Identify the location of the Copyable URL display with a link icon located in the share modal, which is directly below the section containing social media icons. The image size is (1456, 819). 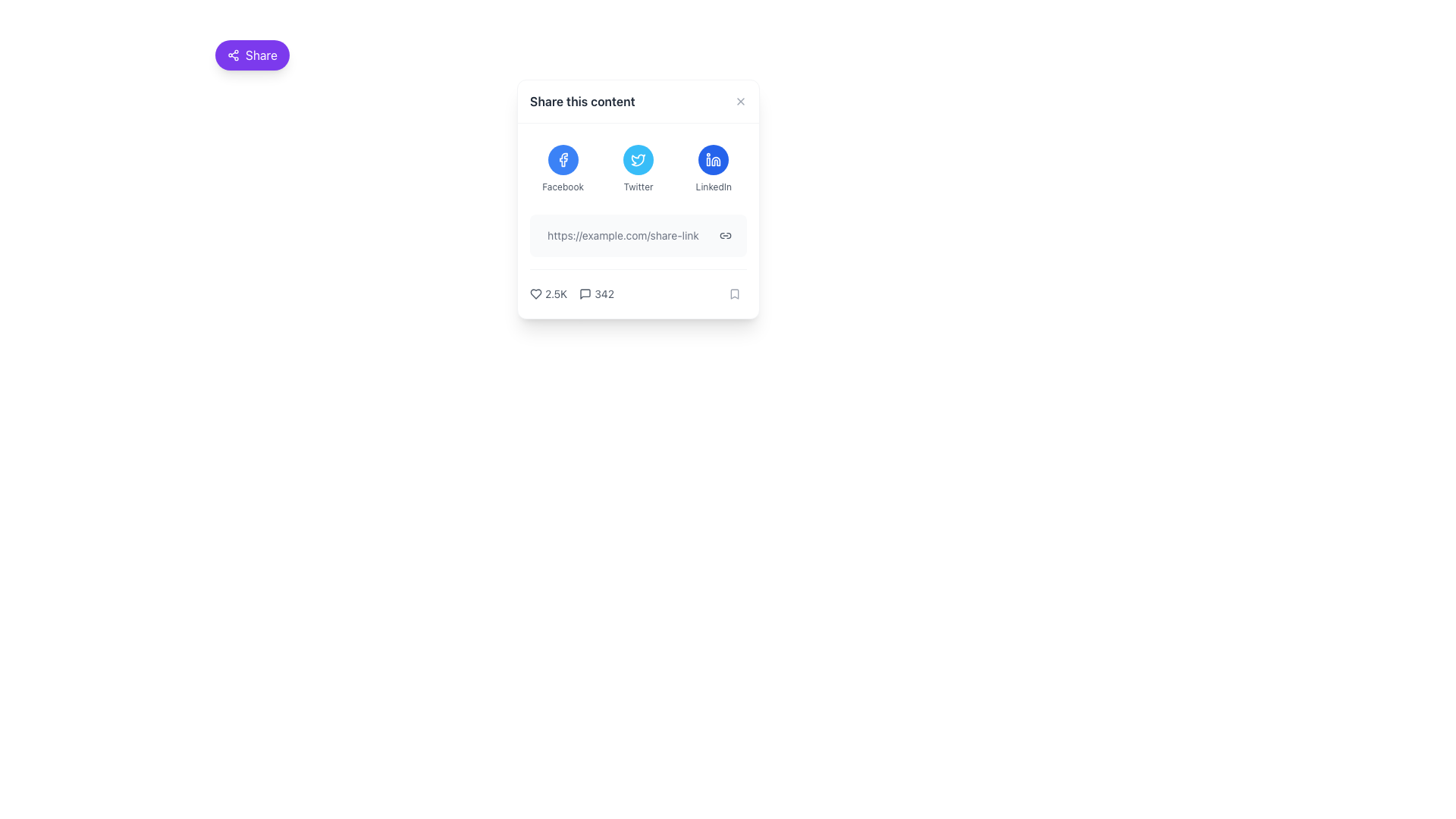
(638, 236).